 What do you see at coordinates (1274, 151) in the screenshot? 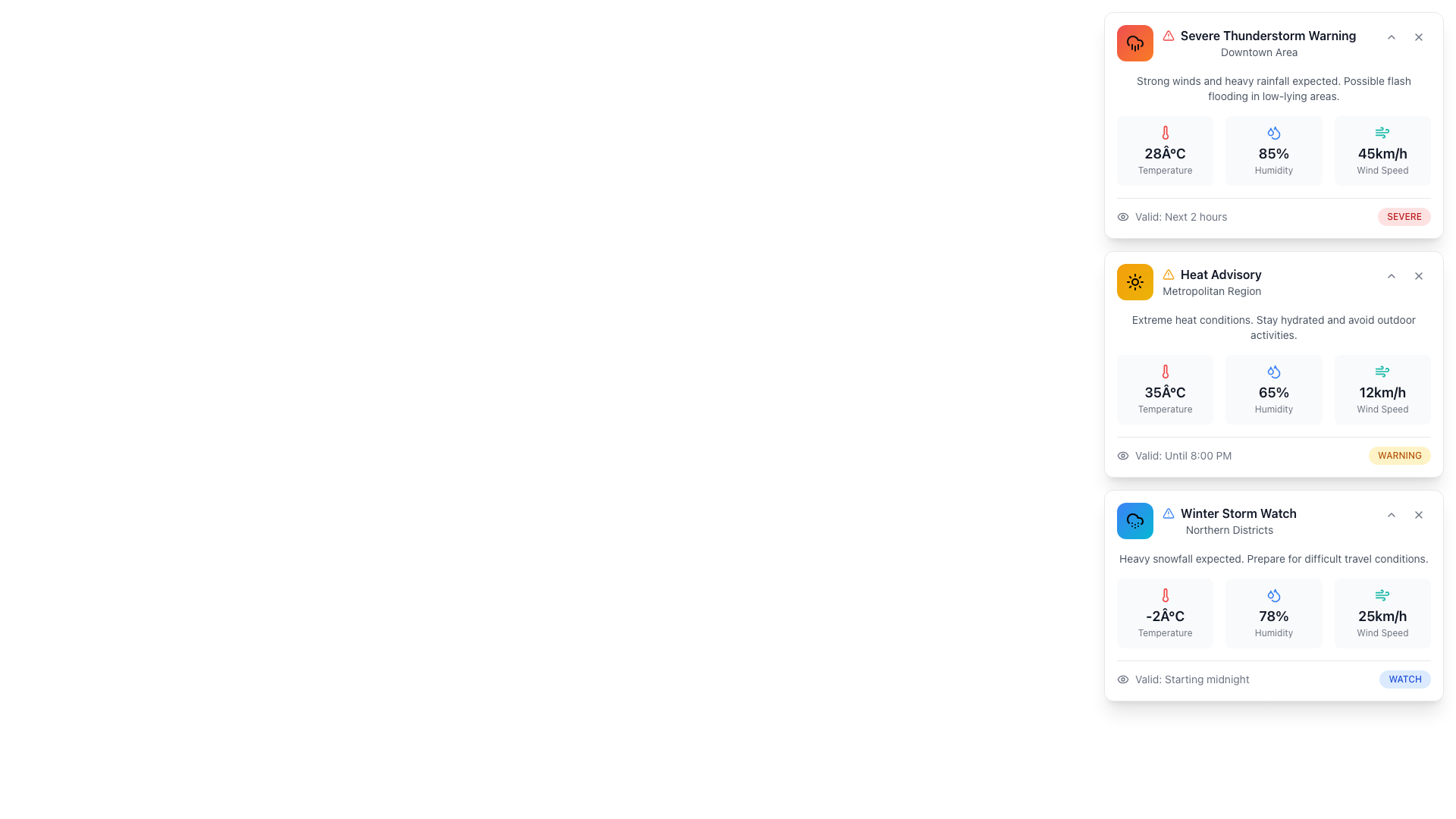
I see `the Informational card displaying the current humidity level, which features a blue water droplet icon and an '85%' humidity value, positioned in the second column of the grid layout within the 'Severe Thunderstorm Warning' card` at bounding box center [1274, 151].